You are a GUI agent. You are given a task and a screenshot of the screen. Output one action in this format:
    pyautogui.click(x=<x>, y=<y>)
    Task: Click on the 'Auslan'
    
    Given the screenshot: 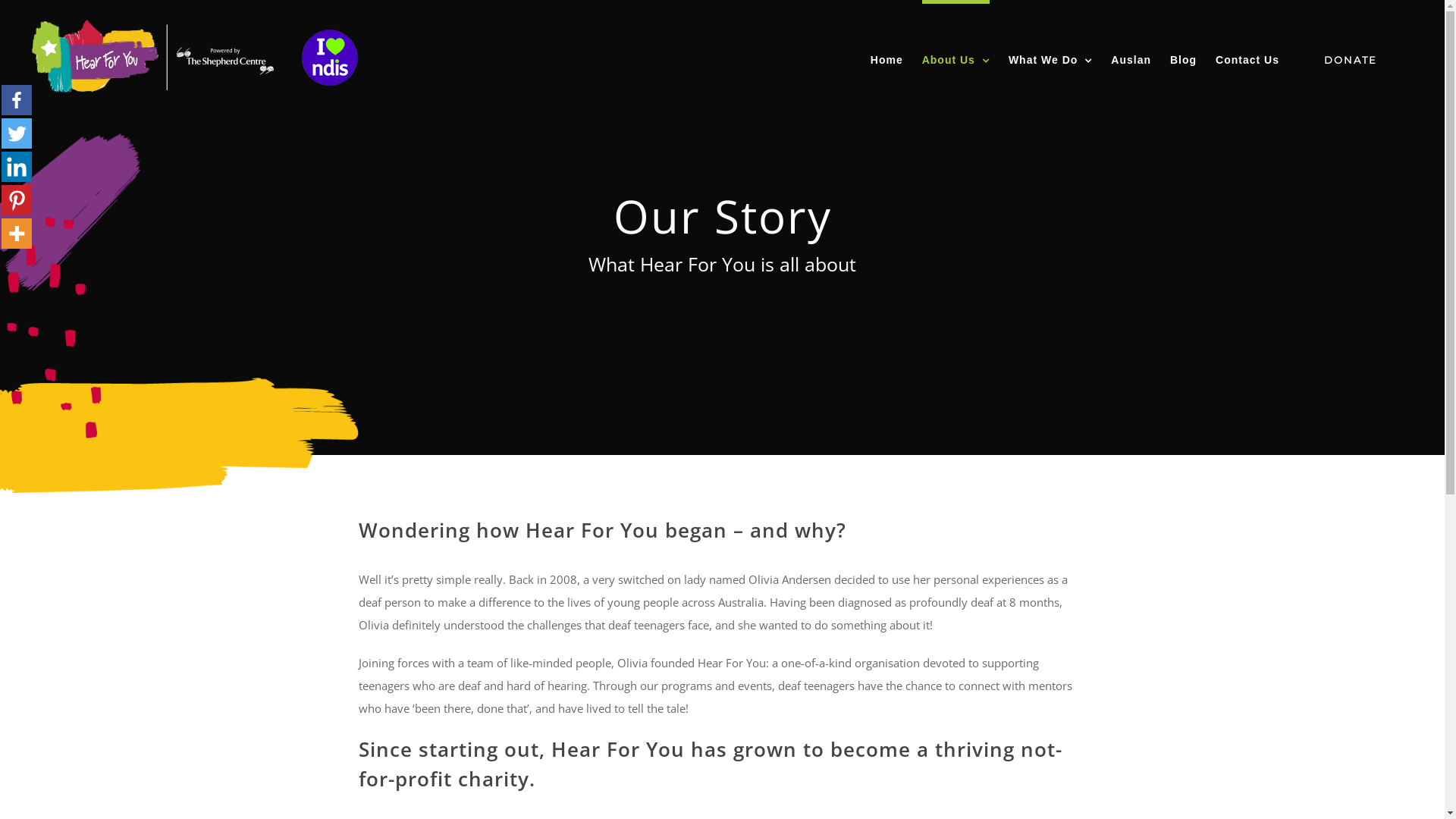 What is the action you would take?
    pyautogui.click(x=1110, y=57)
    